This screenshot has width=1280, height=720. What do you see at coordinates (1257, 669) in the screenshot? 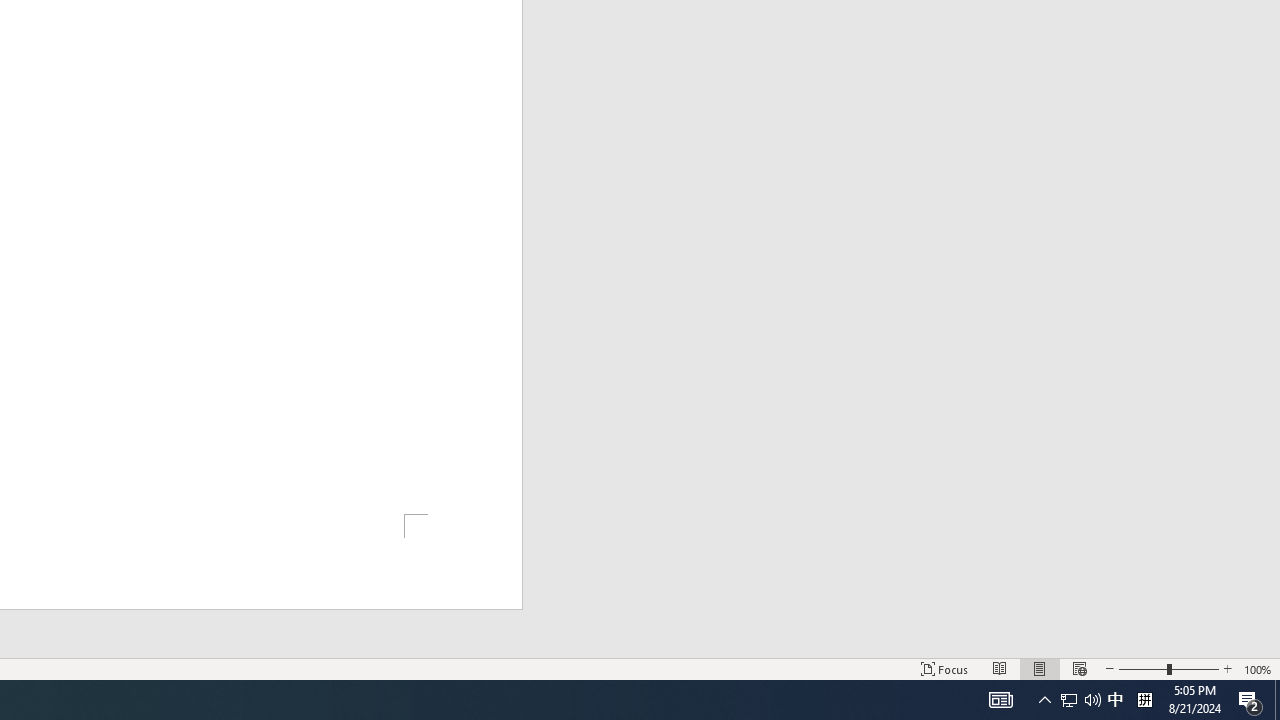
I see `'Zoom 100%'` at bounding box center [1257, 669].